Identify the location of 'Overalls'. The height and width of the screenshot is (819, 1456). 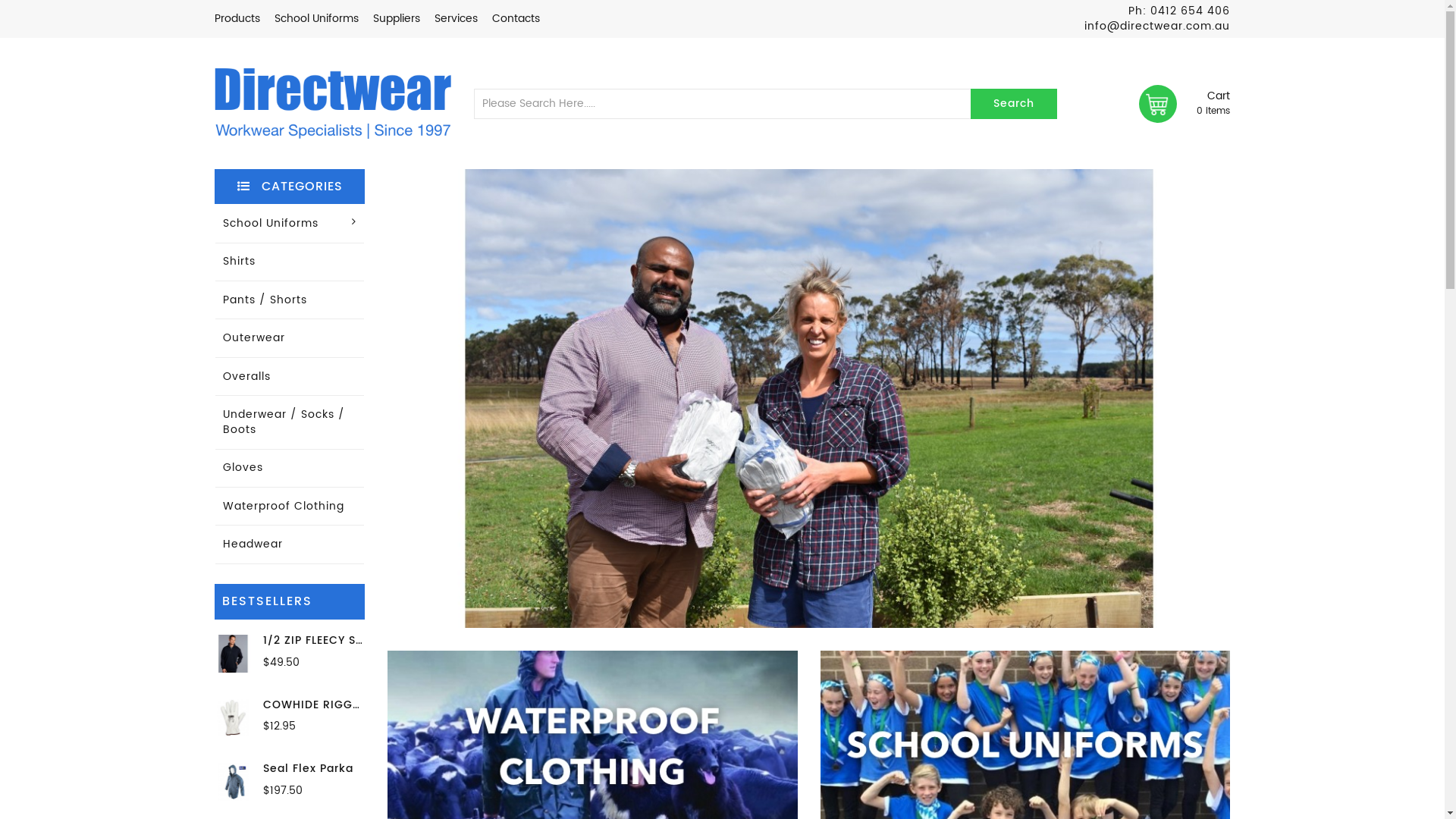
(214, 376).